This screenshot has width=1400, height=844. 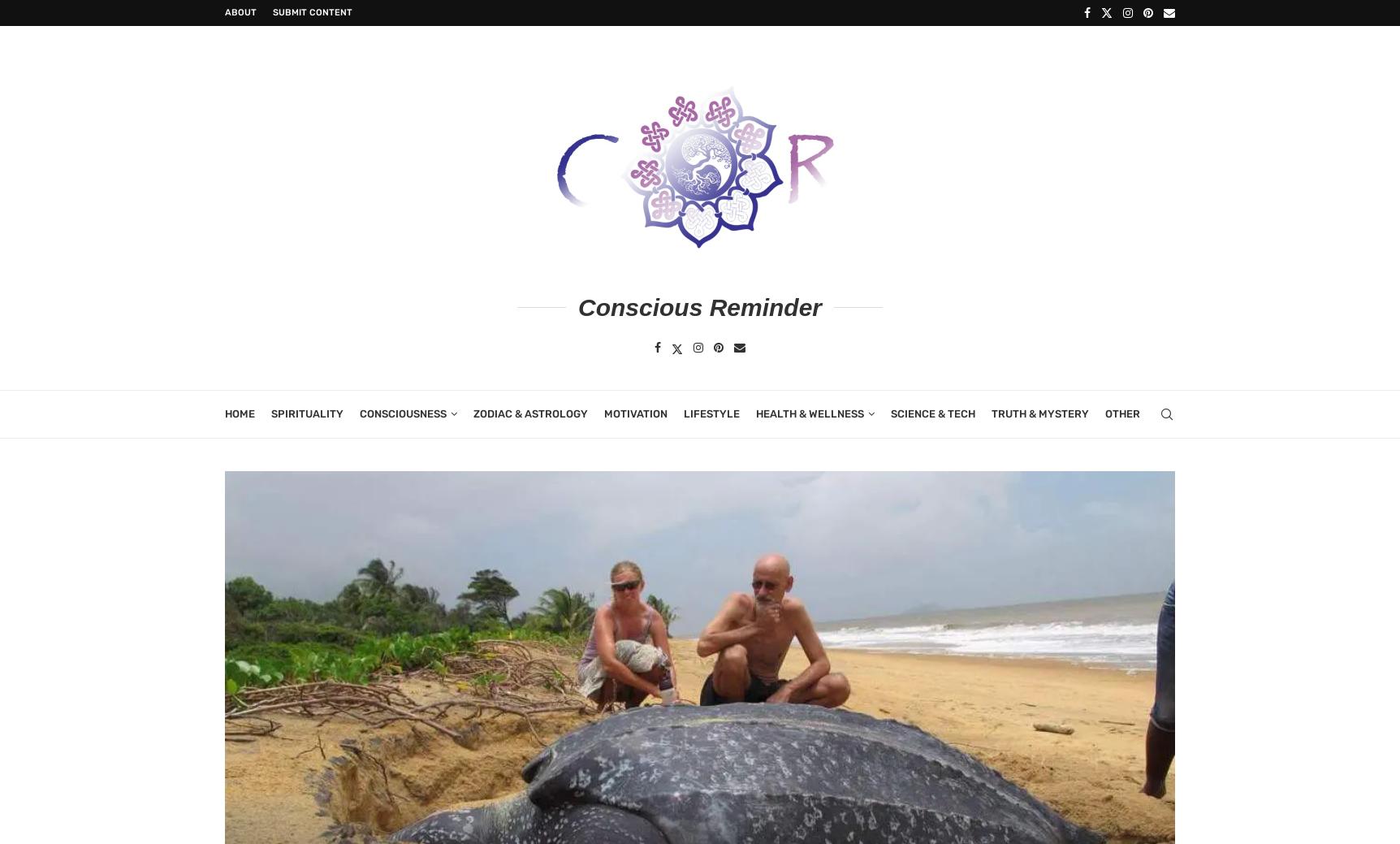 What do you see at coordinates (270, 412) in the screenshot?
I see `'Spirituality'` at bounding box center [270, 412].